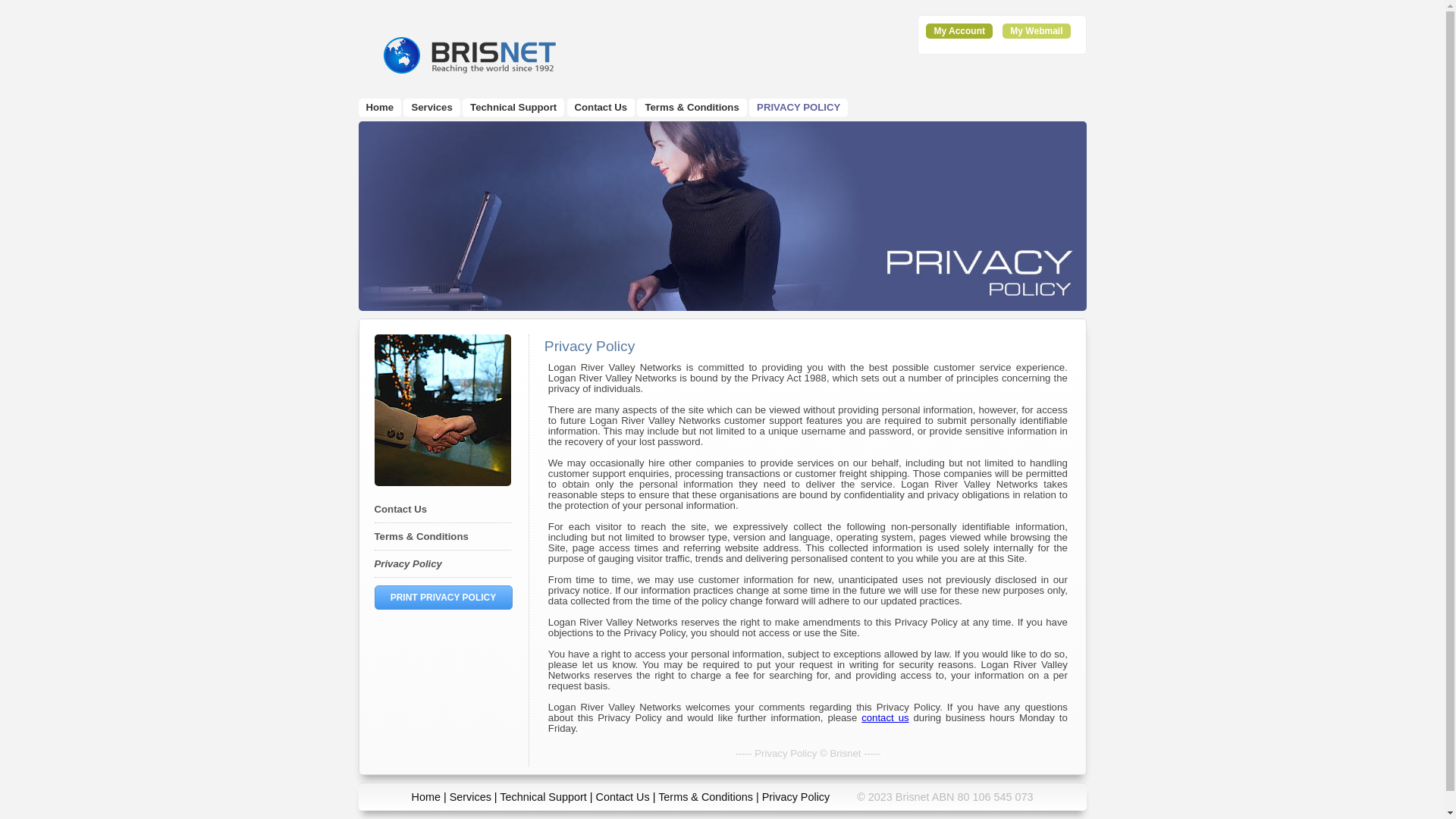 This screenshot has height=819, width=1456. I want to click on 'Home', so click(425, 795).